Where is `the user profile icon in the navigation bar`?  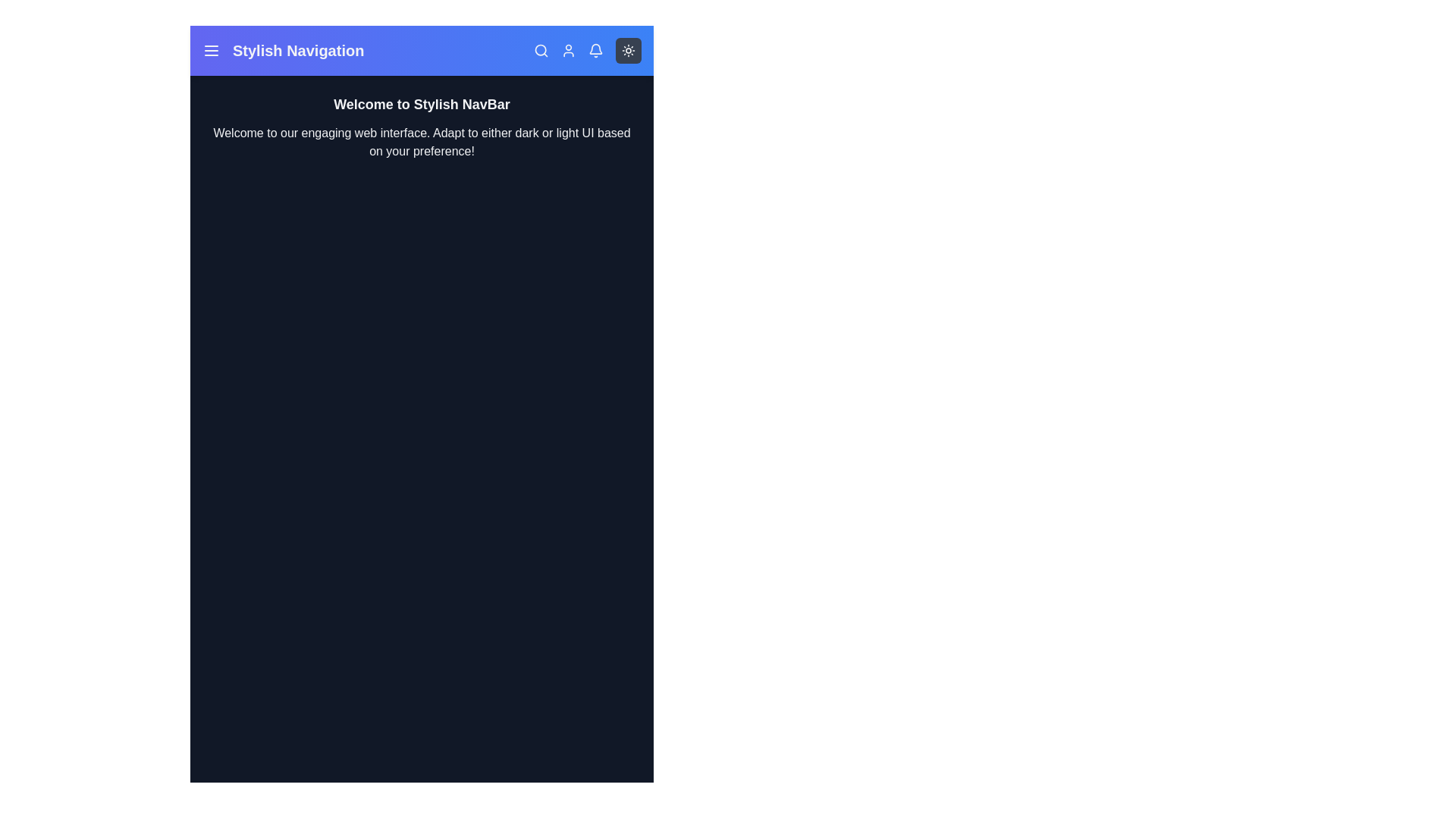
the user profile icon in the navigation bar is located at coordinates (567, 49).